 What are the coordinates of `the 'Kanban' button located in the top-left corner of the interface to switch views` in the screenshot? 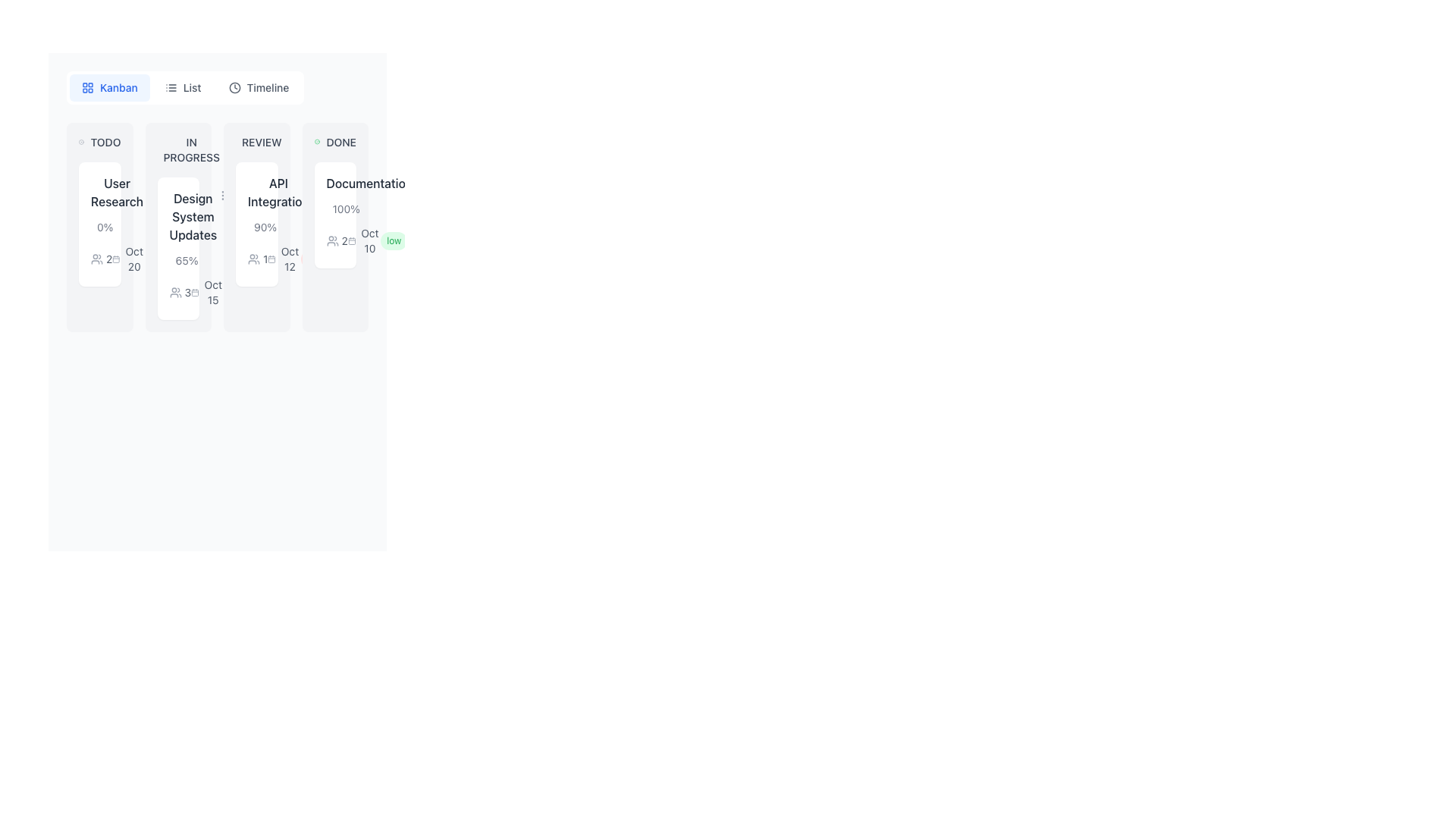 It's located at (108, 87).